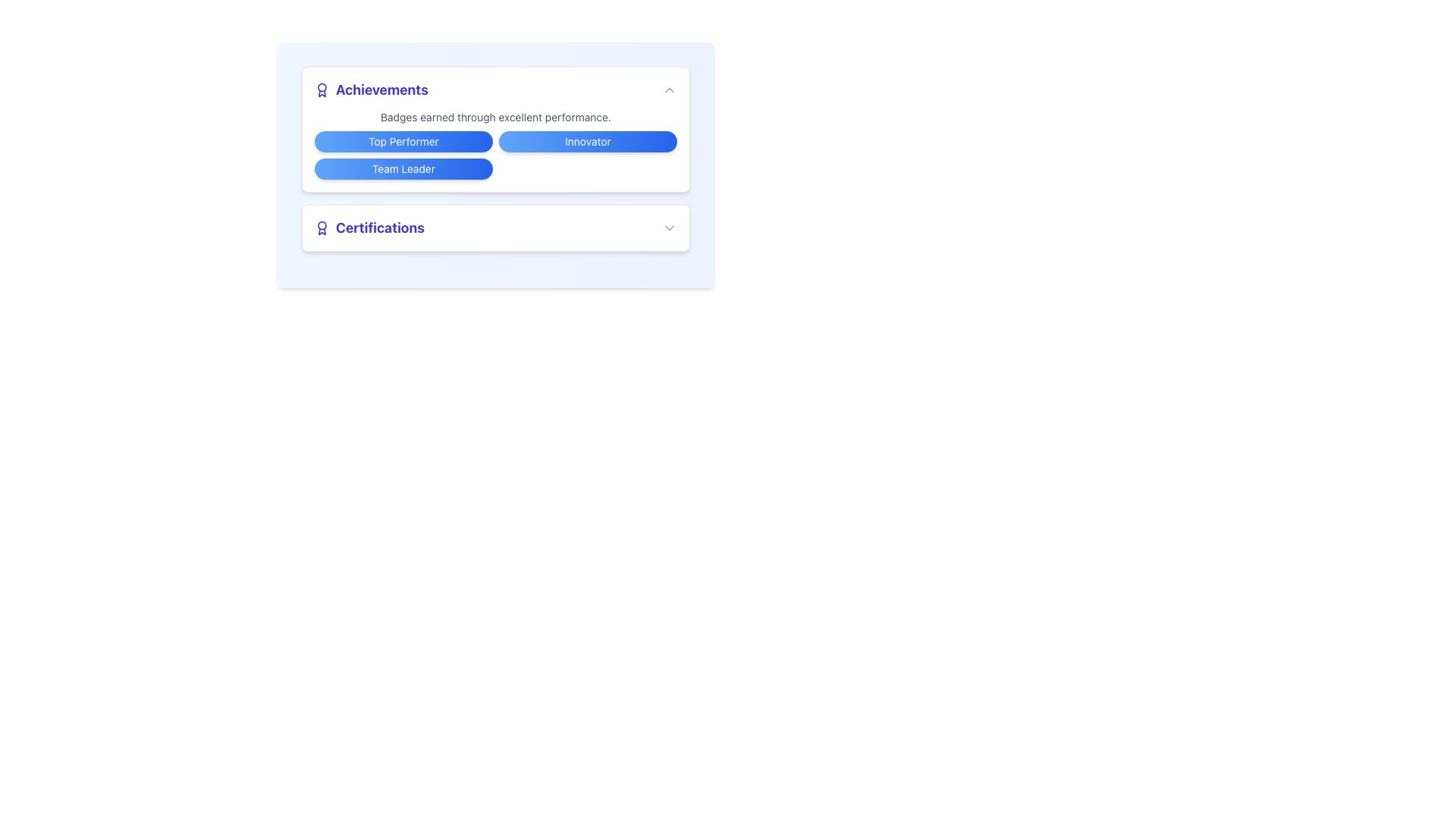 The width and height of the screenshot is (1456, 819). What do you see at coordinates (403, 141) in the screenshot?
I see `the 'Top Performer' badge, which indicates an achievement and is located in the top left corner of the badge group below the 'Achievements' section` at bounding box center [403, 141].